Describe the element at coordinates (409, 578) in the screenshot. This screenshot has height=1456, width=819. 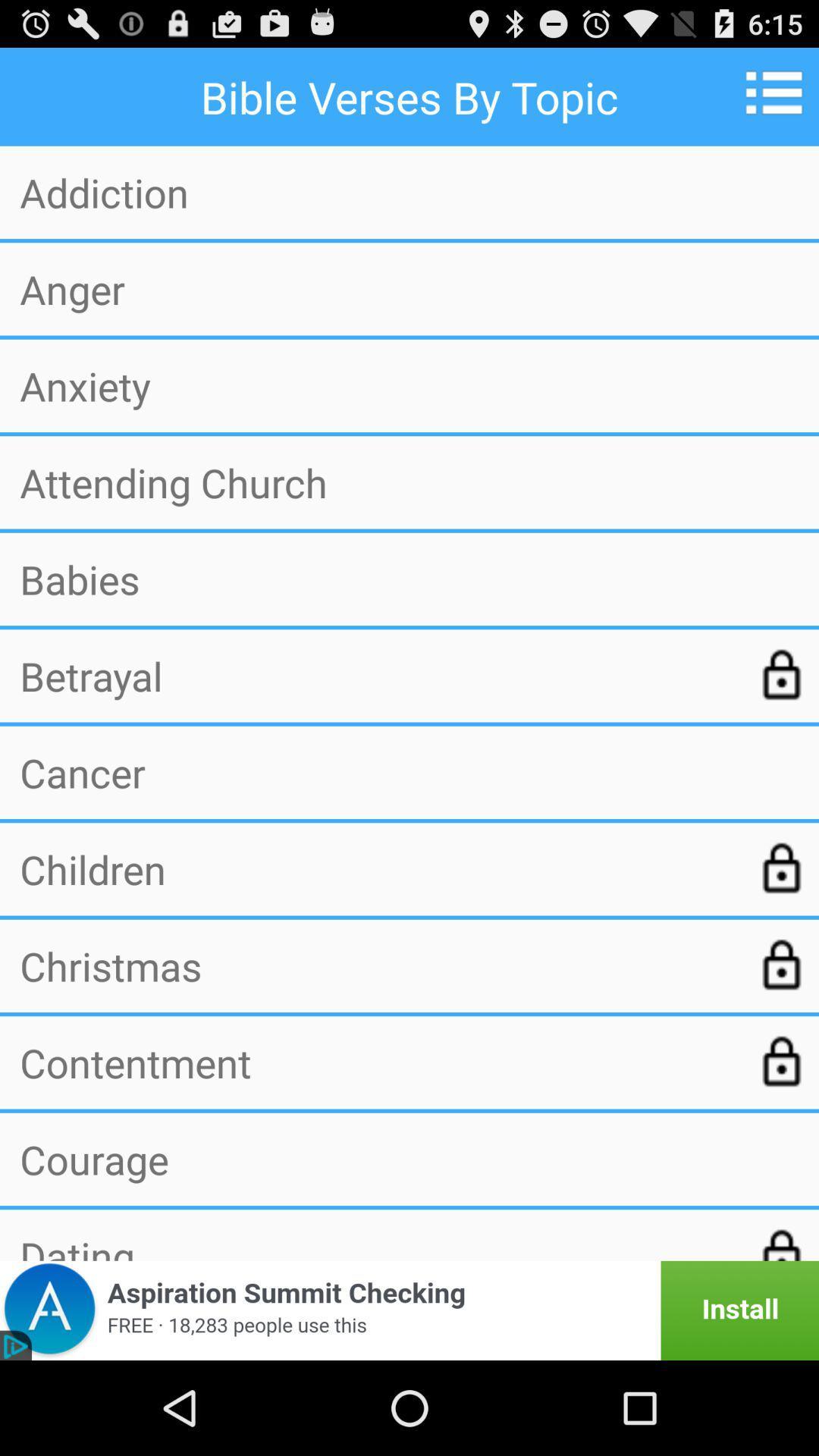
I see `the icon below attending church icon` at that location.